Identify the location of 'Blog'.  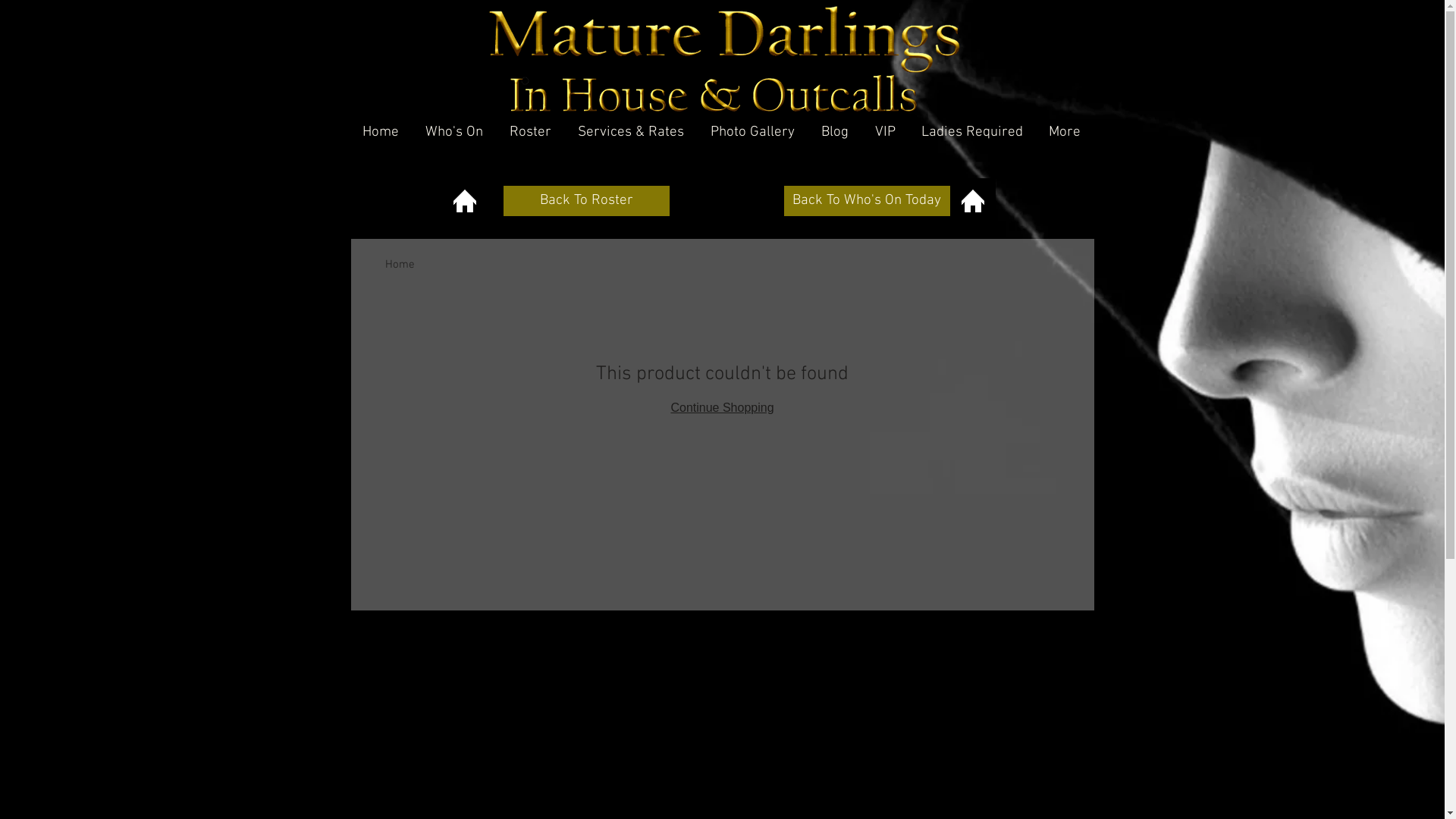
(834, 131).